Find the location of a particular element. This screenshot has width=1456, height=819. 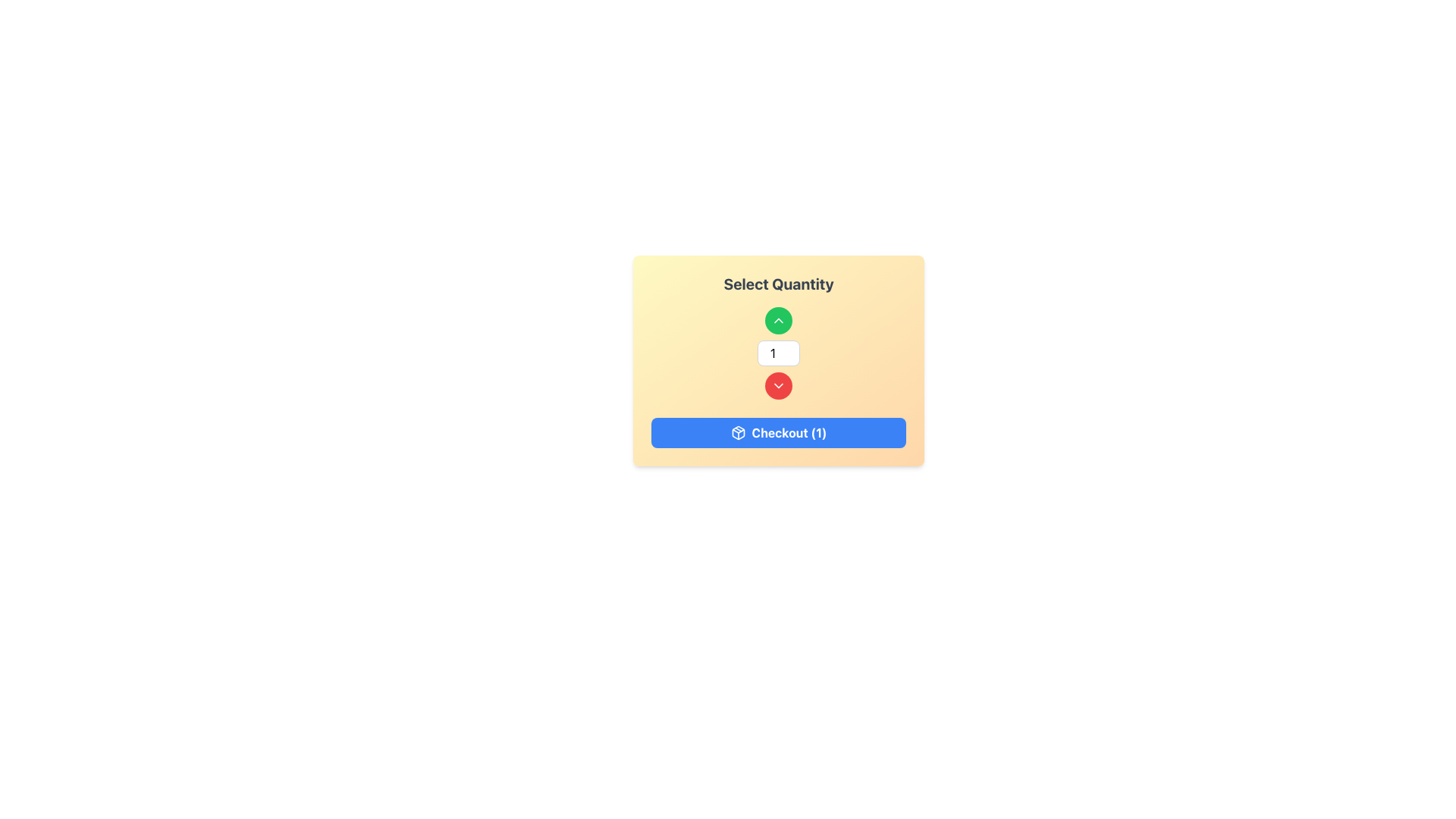

the 'Checkout (1)' button with a blue background and white text is located at coordinates (779, 432).